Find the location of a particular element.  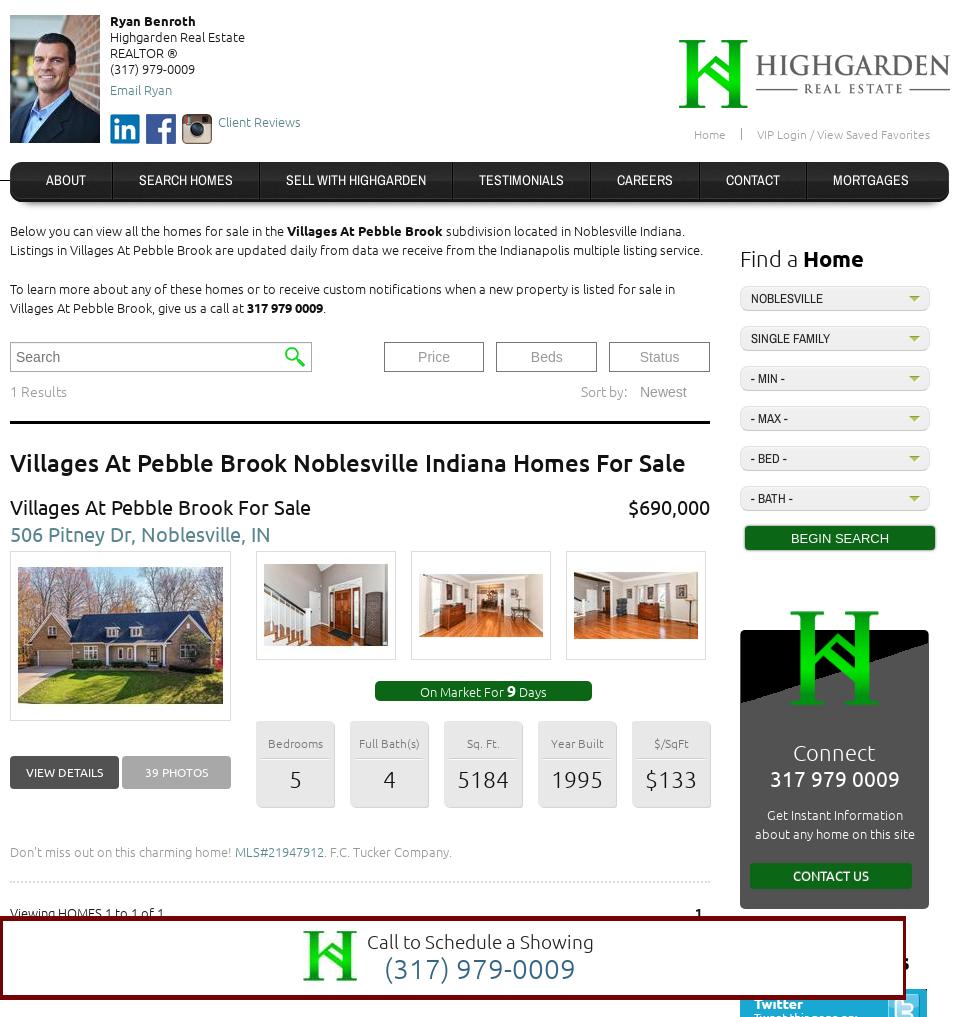

'$690,000' is located at coordinates (627, 504).